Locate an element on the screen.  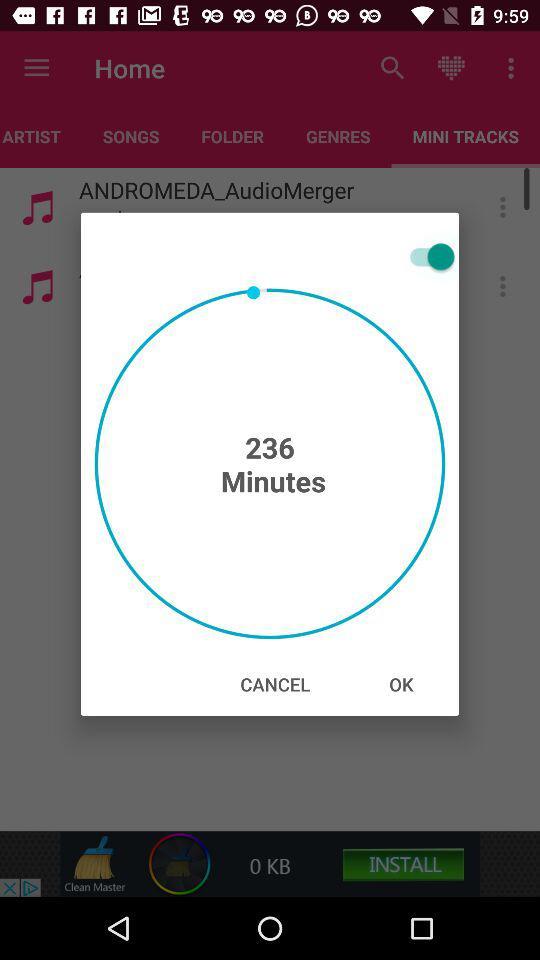
the icon next to the cancel is located at coordinates (401, 684).